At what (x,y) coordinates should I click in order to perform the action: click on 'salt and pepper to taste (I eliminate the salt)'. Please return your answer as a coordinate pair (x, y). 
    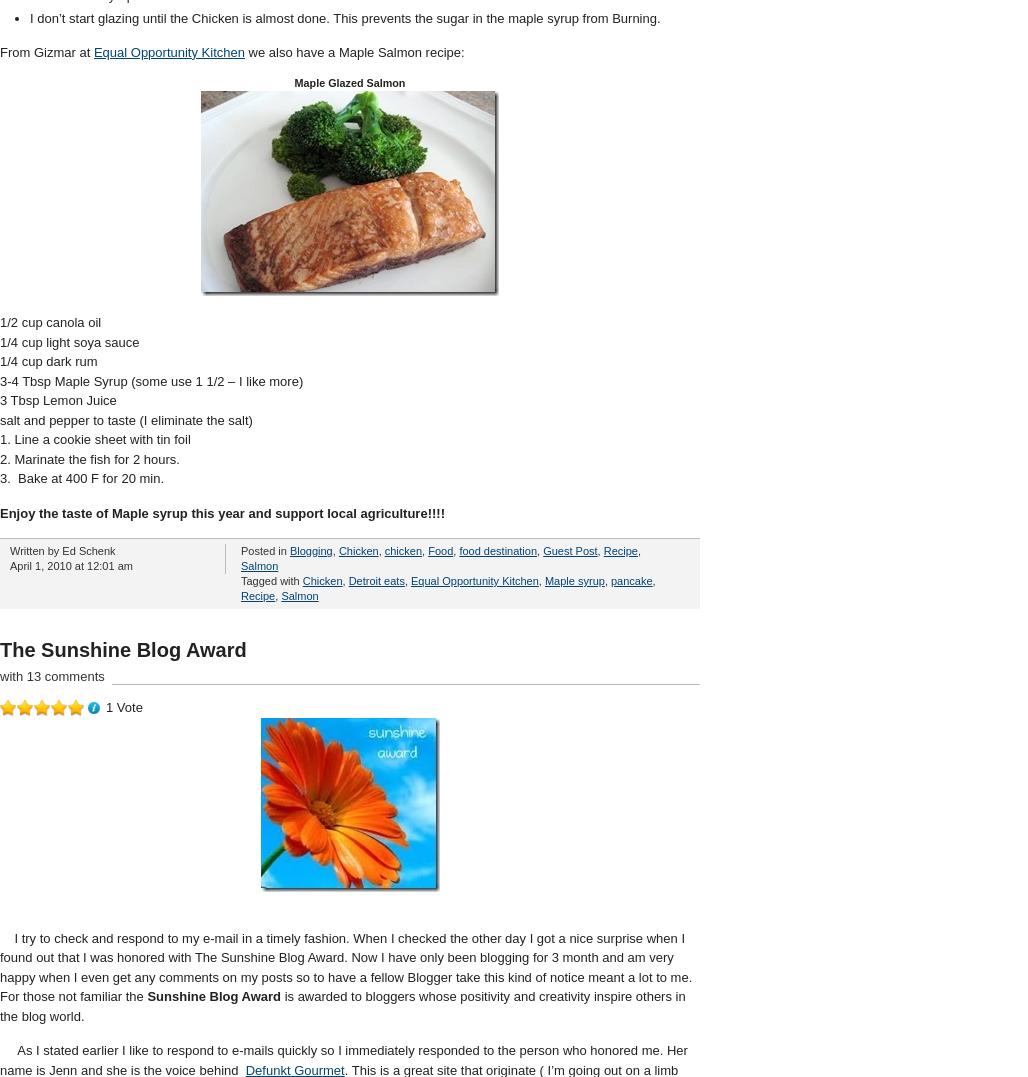
    Looking at the image, I should click on (125, 418).